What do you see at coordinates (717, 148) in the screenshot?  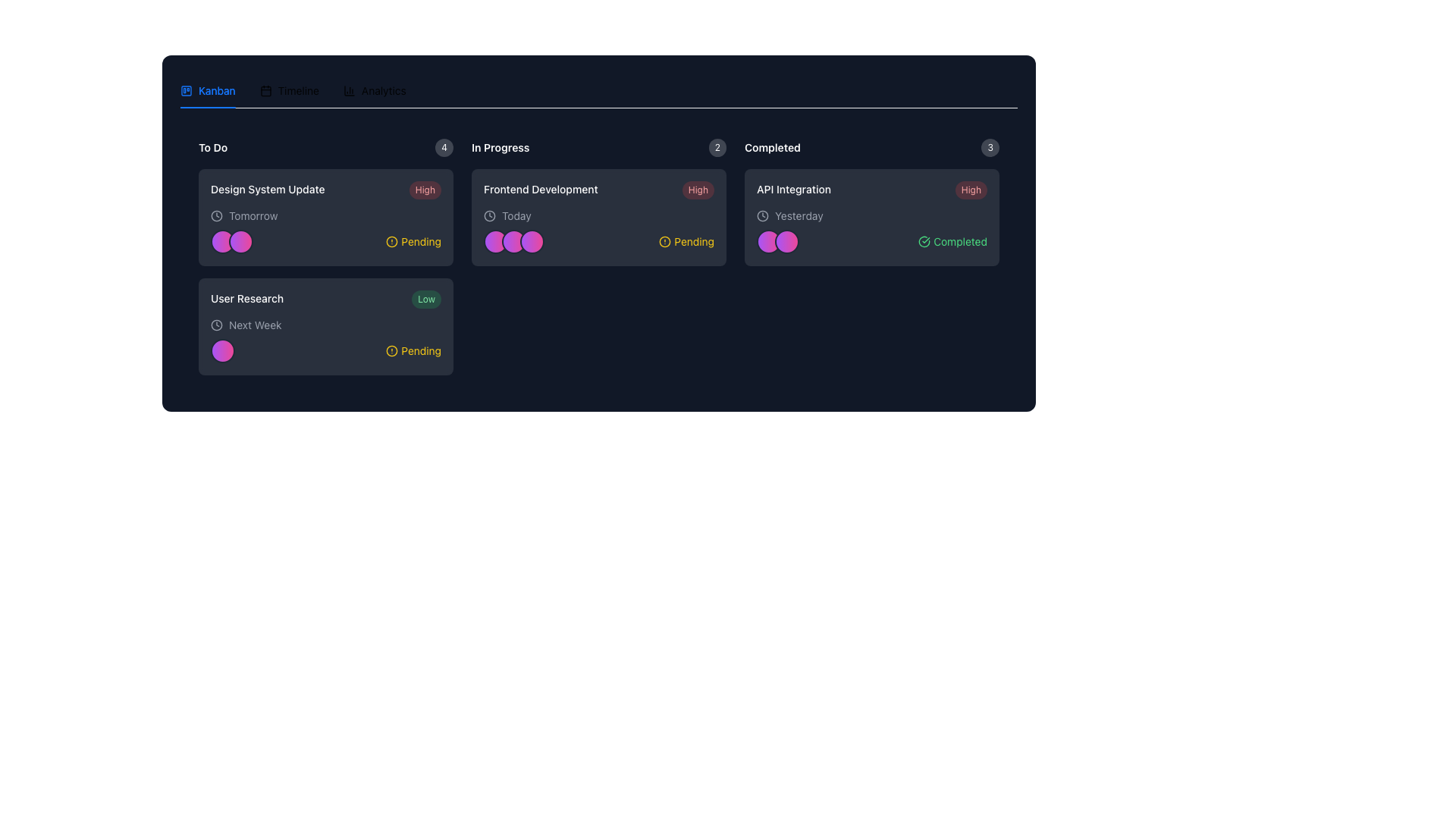 I see `the informational badge with a centered number '2', located to the right of the text 'In Progress'` at bounding box center [717, 148].